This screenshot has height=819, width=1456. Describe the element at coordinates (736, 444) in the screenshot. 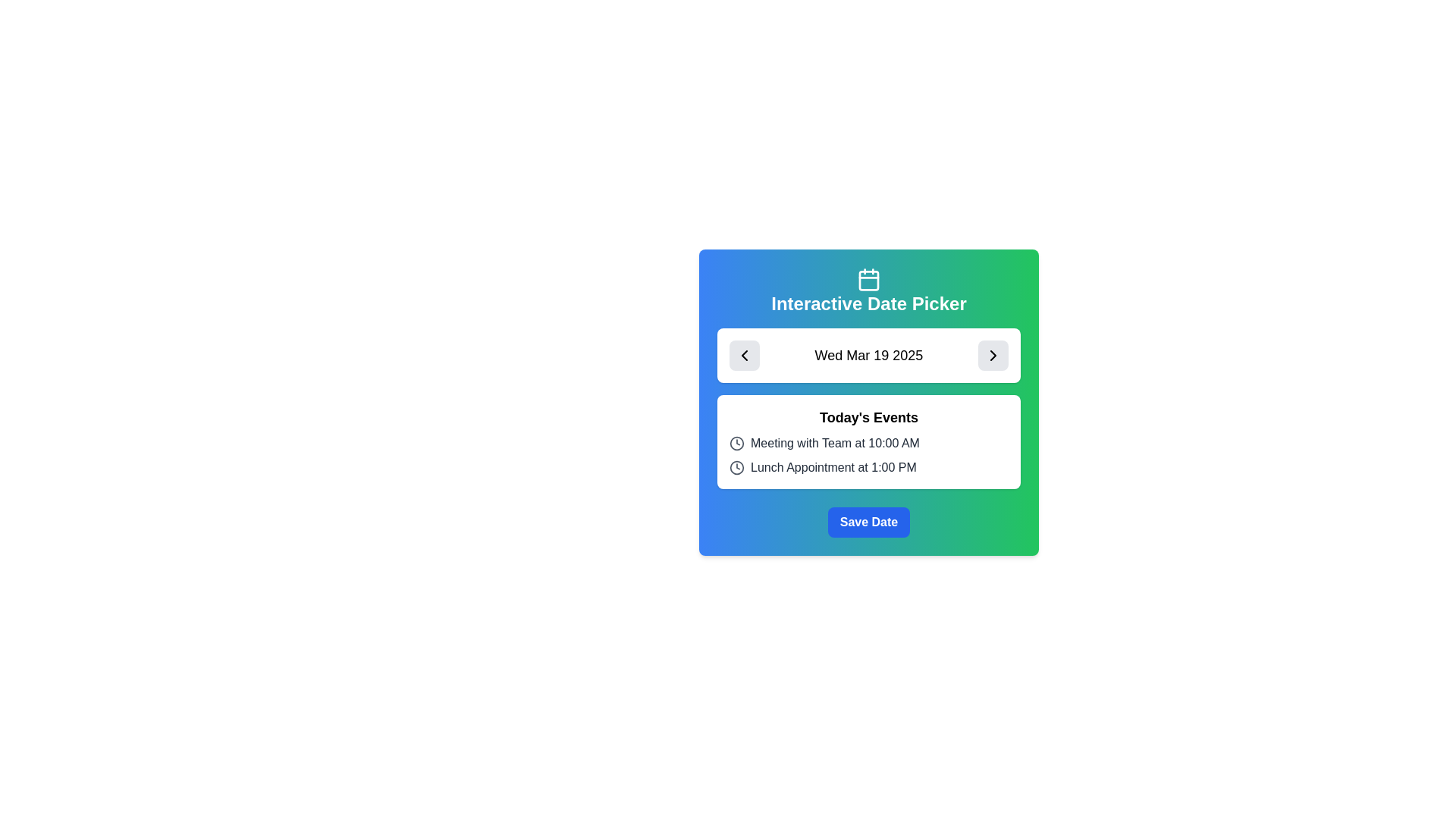

I see `the clock icon with a grey outline located to the left of the text 'Meeting with Team at 10:00 AM' in the event list section` at that location.